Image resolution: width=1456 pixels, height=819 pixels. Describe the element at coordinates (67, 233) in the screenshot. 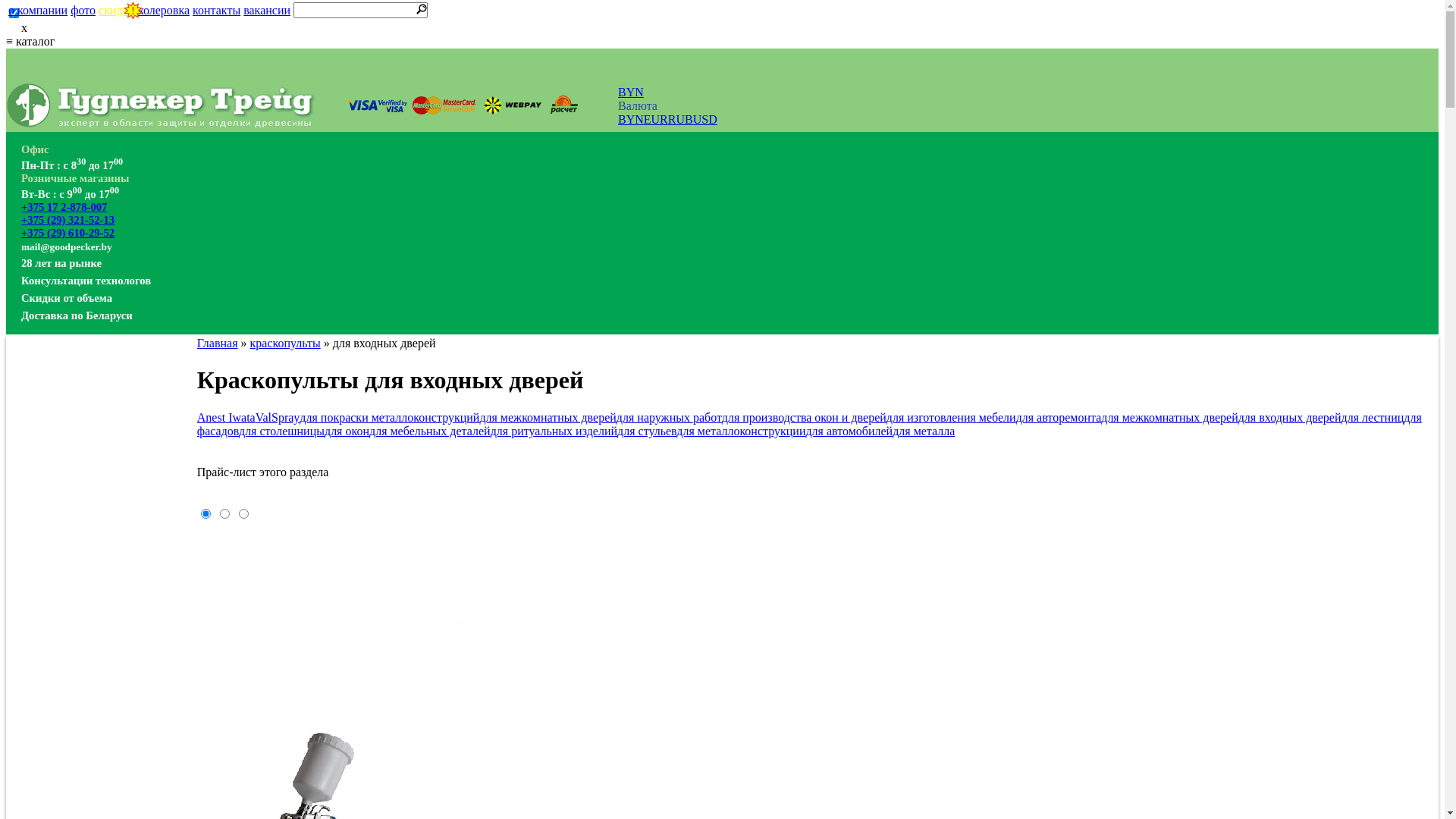

I see `'+375 (29) 610-29-52'` at that location.